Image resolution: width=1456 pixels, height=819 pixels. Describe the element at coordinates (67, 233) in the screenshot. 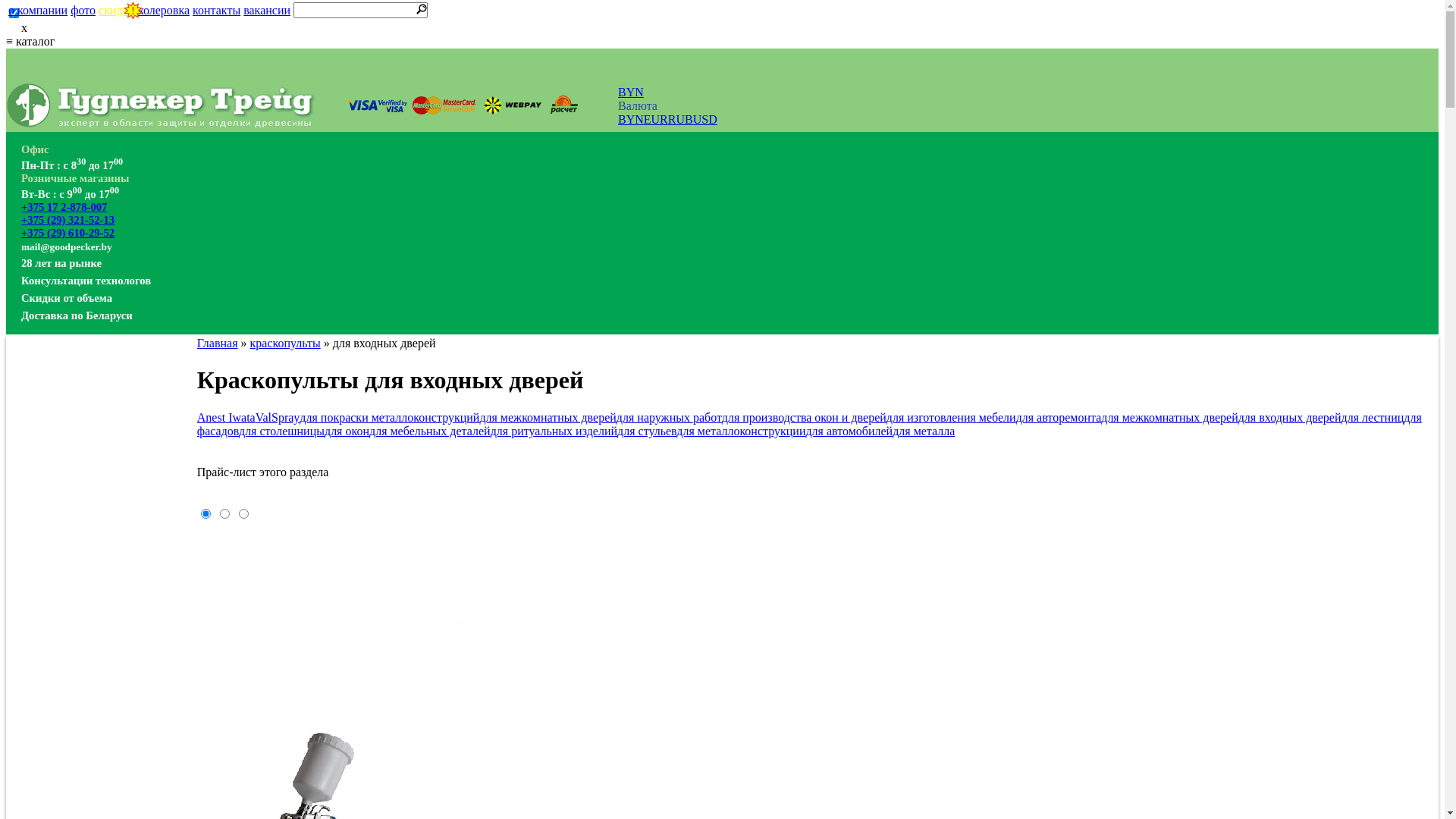

I see `'+375 (29) 610-29-52'` at that location.